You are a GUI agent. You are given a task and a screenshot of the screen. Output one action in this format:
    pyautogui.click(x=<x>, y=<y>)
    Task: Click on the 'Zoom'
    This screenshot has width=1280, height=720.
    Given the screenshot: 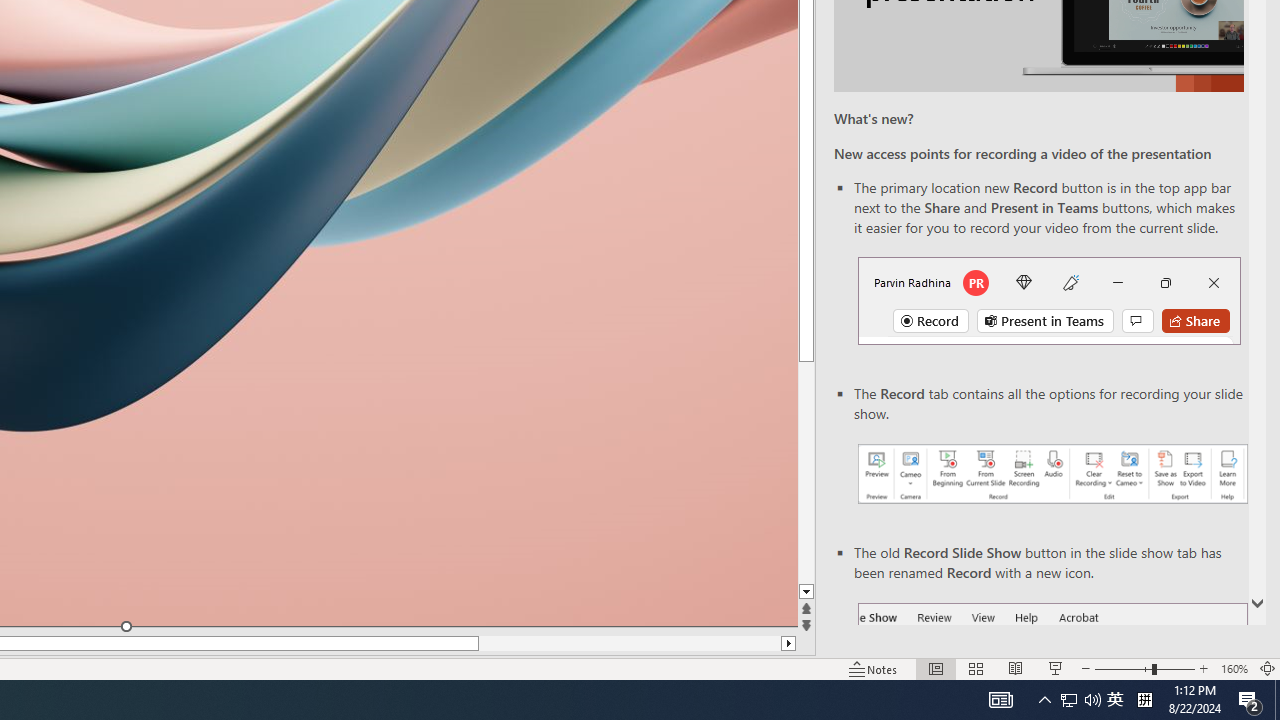 What is the action you would take?
    pyautogui.click(x=1144, y=669)
    